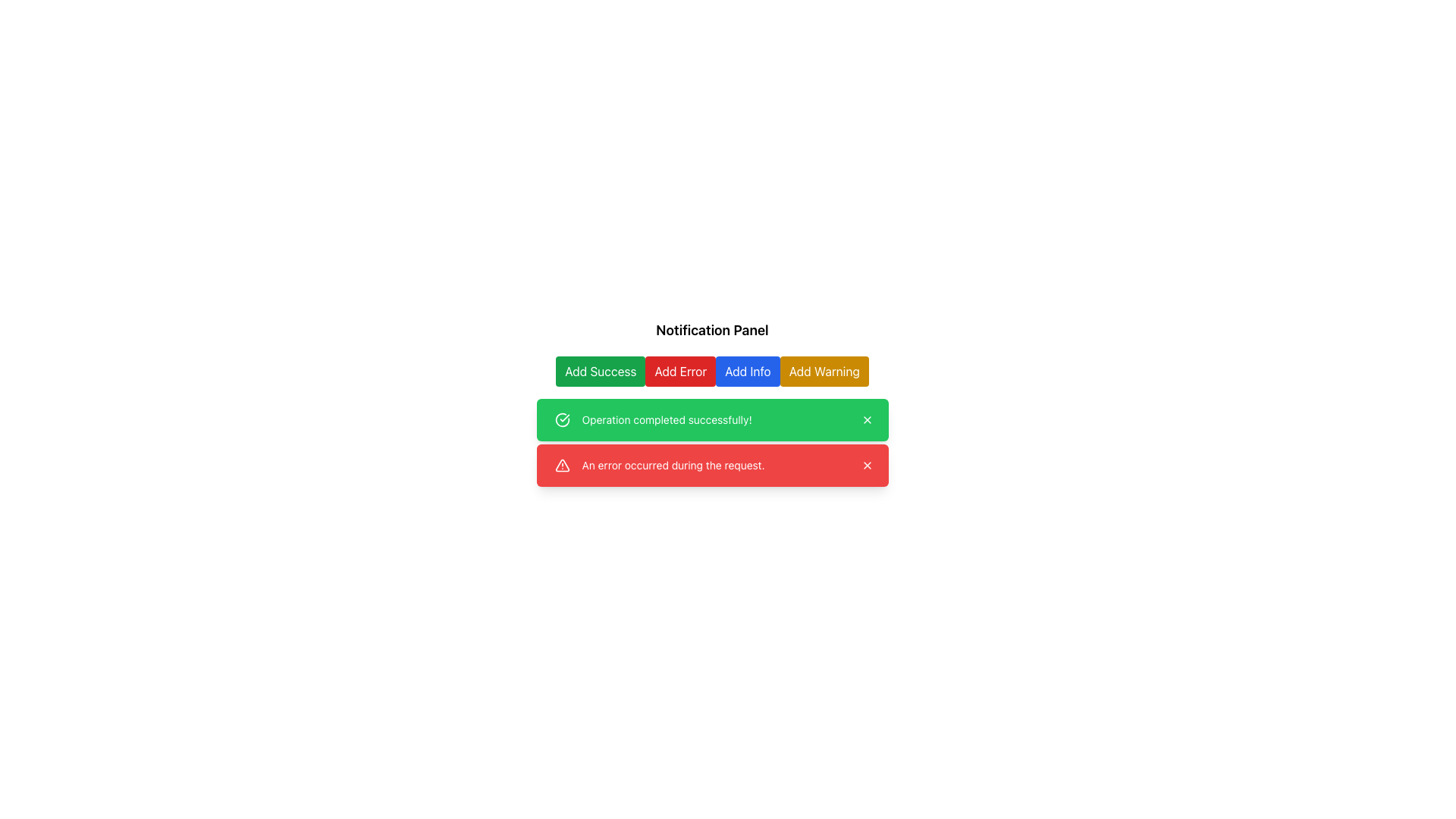  What do you see at coordinates (561, 464) in the screenshot?
I see `the triangular warning icon with a red background located within the notification box labeled 'An error occurred during the request.'` at bounding box center [561, 464].